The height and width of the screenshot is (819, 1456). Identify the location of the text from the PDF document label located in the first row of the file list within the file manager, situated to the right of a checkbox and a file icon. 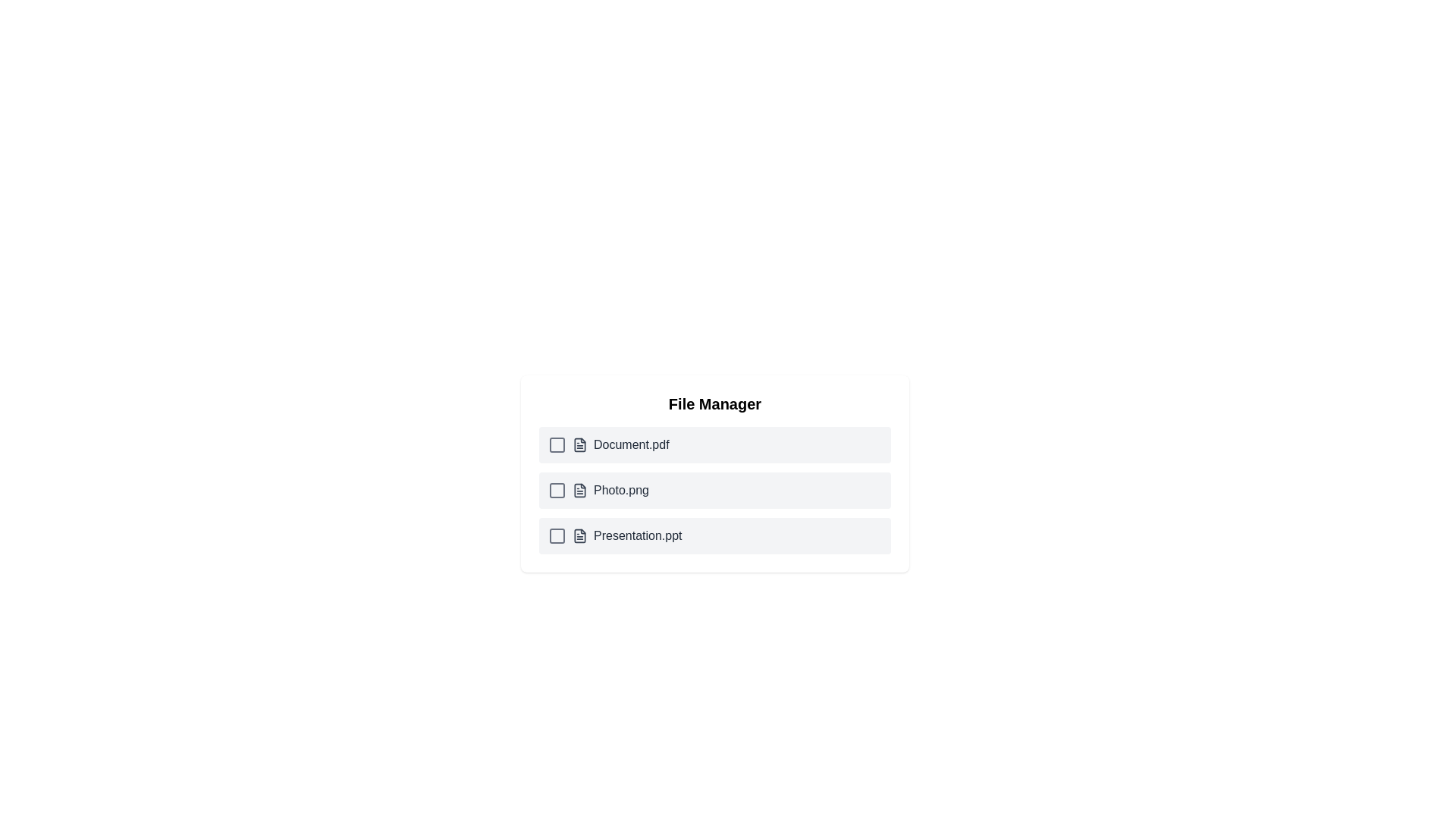
(631, 444).